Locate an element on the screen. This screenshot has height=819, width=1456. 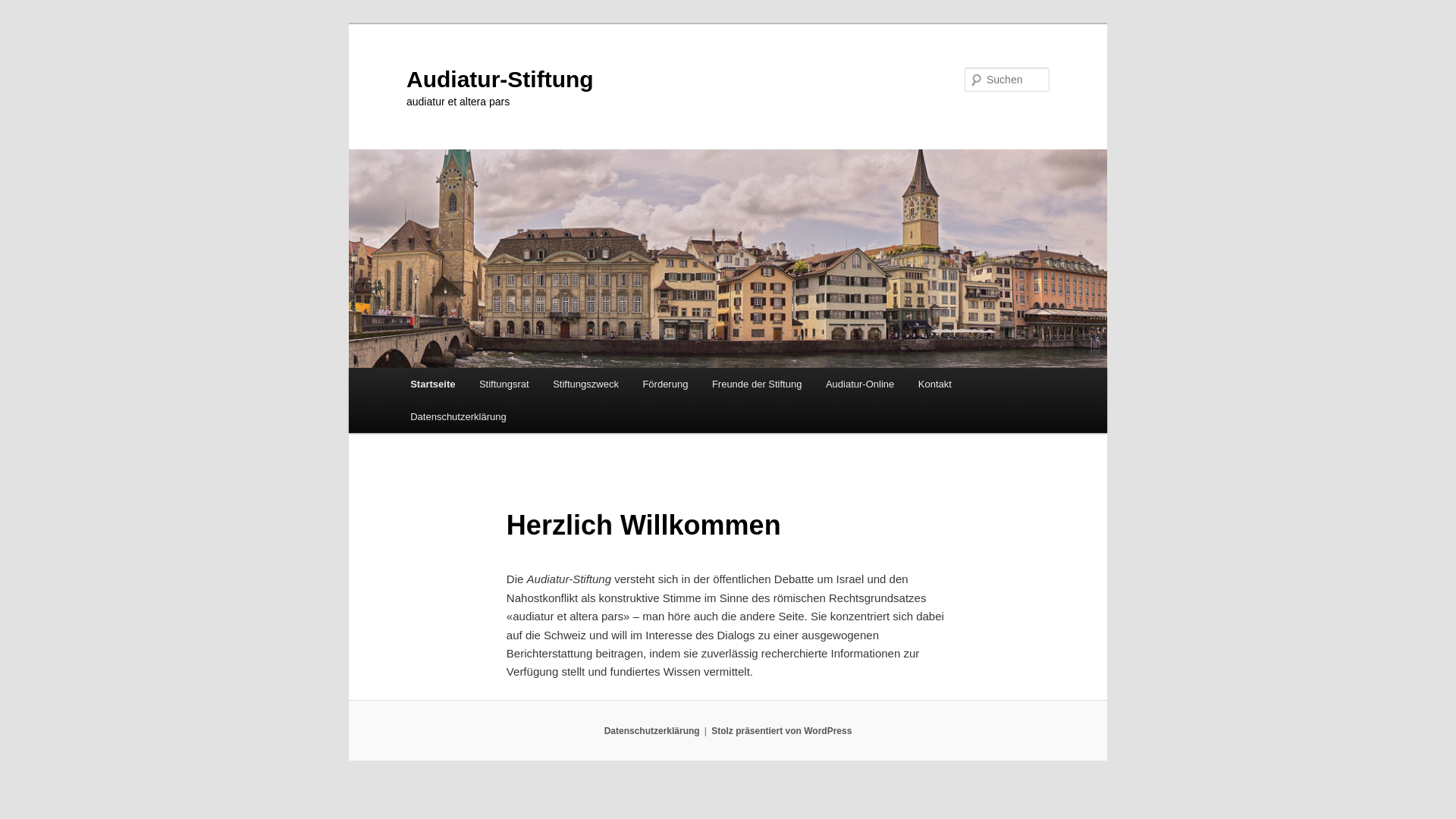
'Stiftungsrat' is located at coordinates (504, 383).